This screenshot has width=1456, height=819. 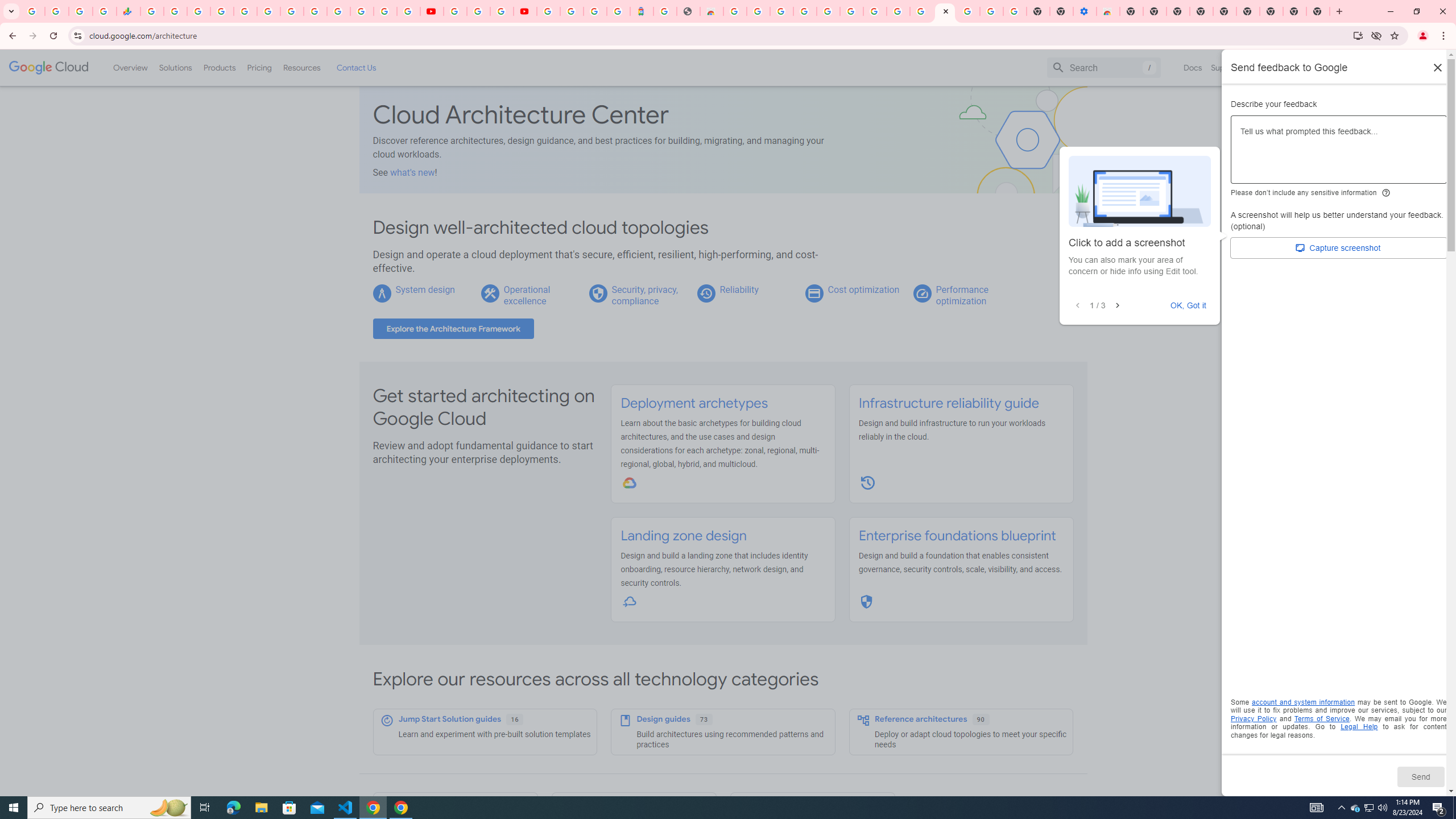 What do you see at coordinates (412, 172) in the screenshot?
I see `'what'` at bounding box center [412, 172].